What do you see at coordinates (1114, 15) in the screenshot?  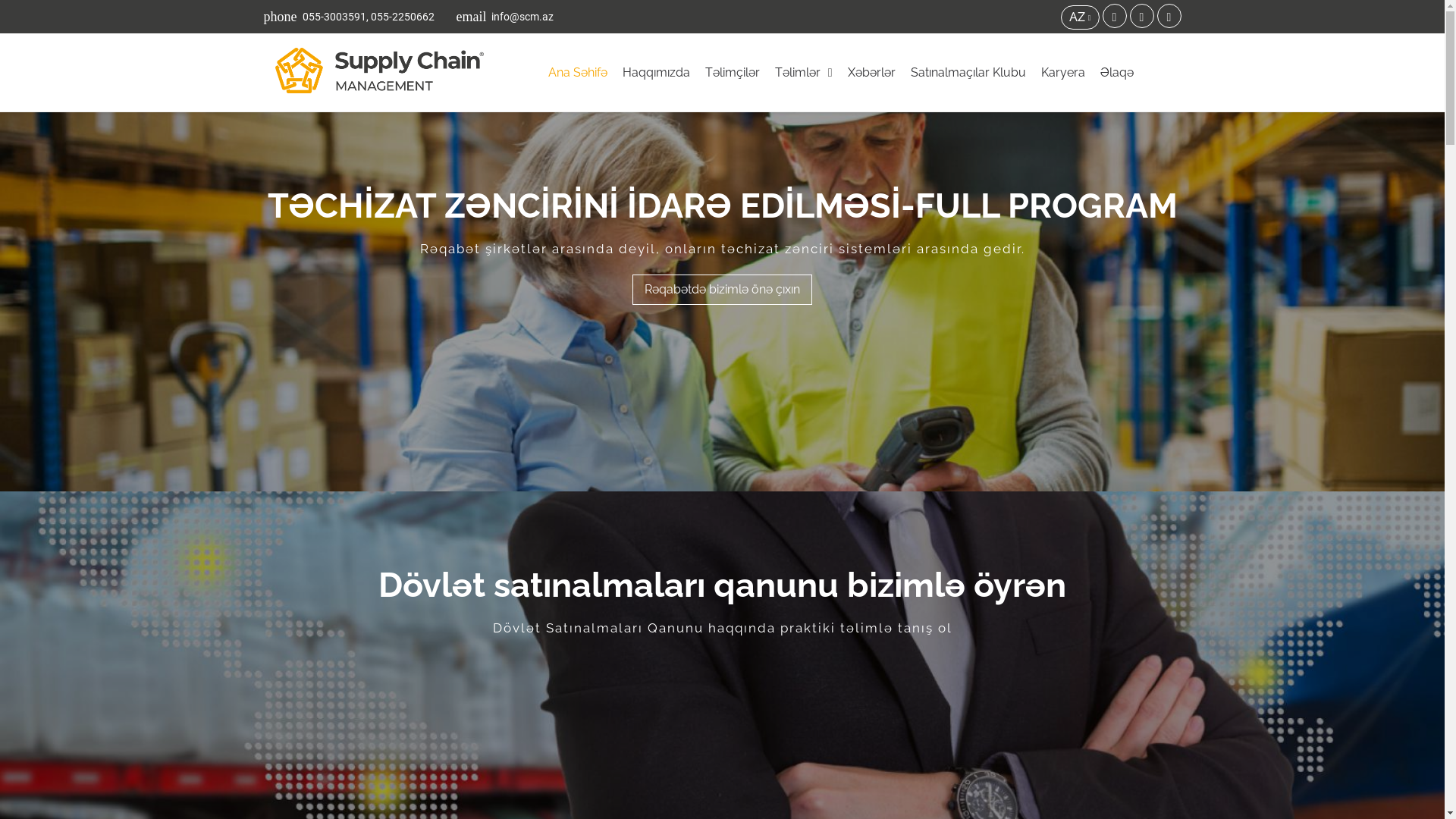 I see `'Facebook'` at bounding box center [1114, 15].